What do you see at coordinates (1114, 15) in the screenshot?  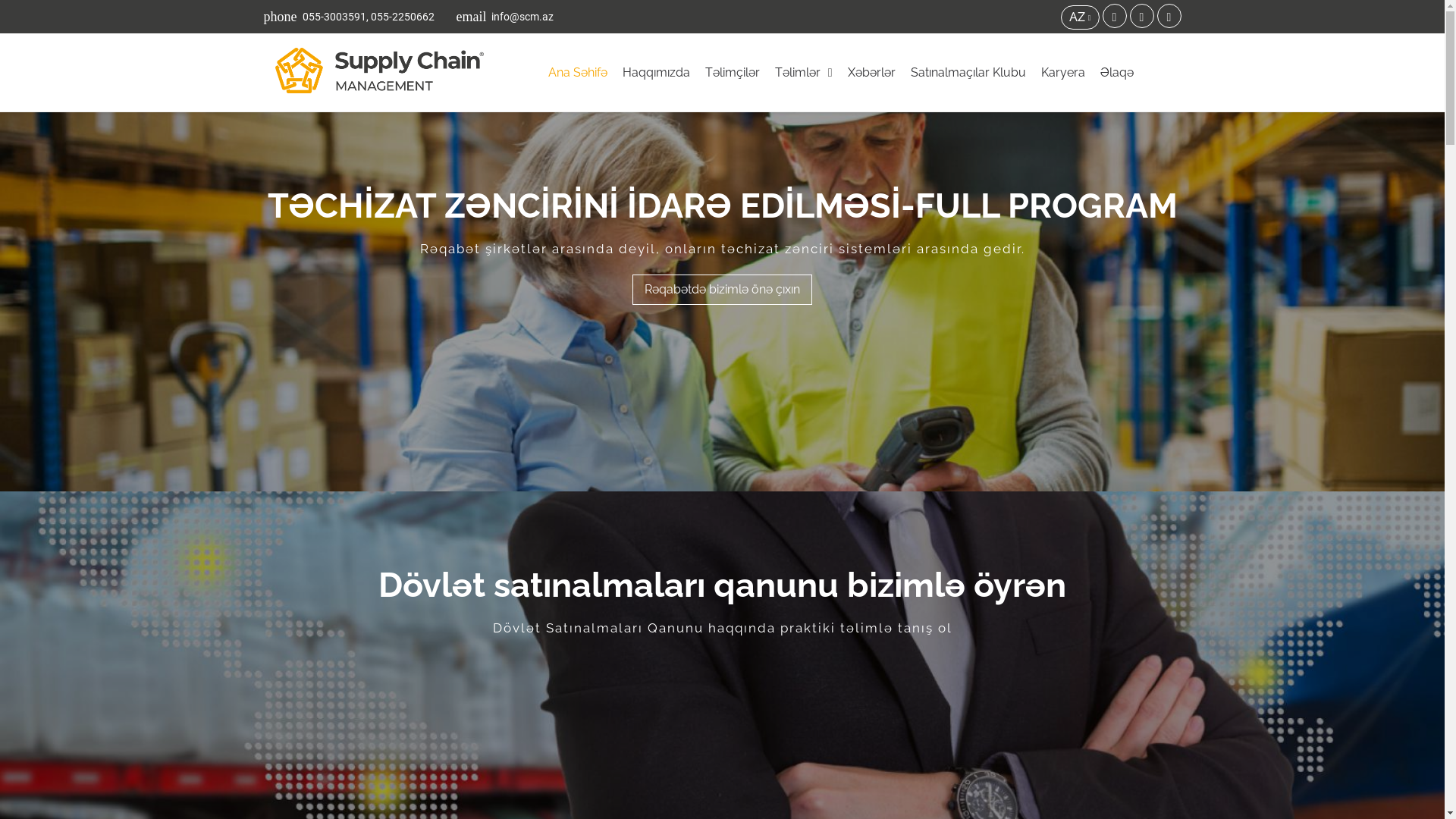 I see `'Facebook'` at bounding box center [1114, 15].